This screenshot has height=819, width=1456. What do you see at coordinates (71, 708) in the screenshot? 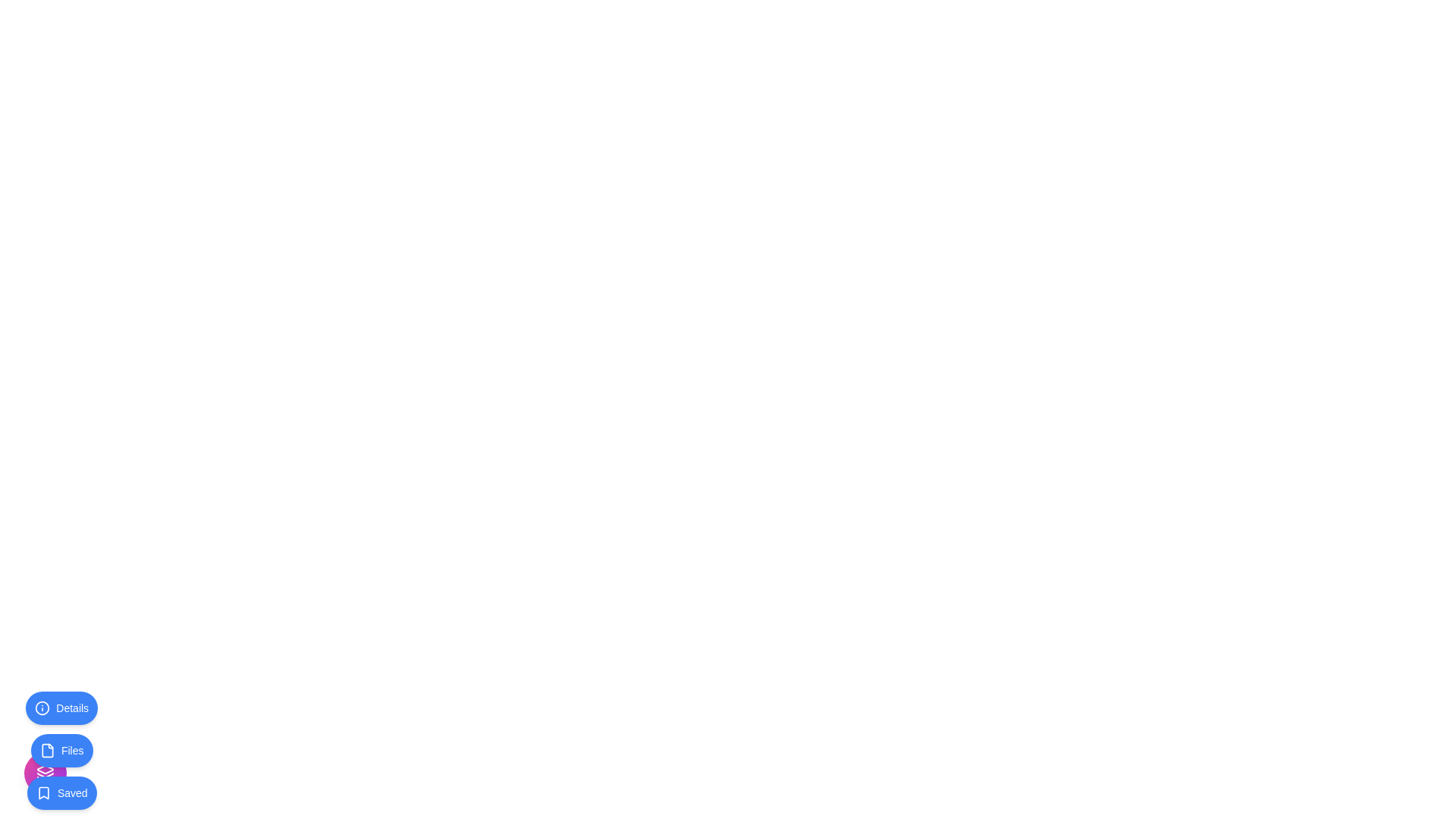
I see `the 'Details' text label styled in white font within a blue button located at the bottom-left section of vertically-stacked buttons` at bounding box center [71, 708].